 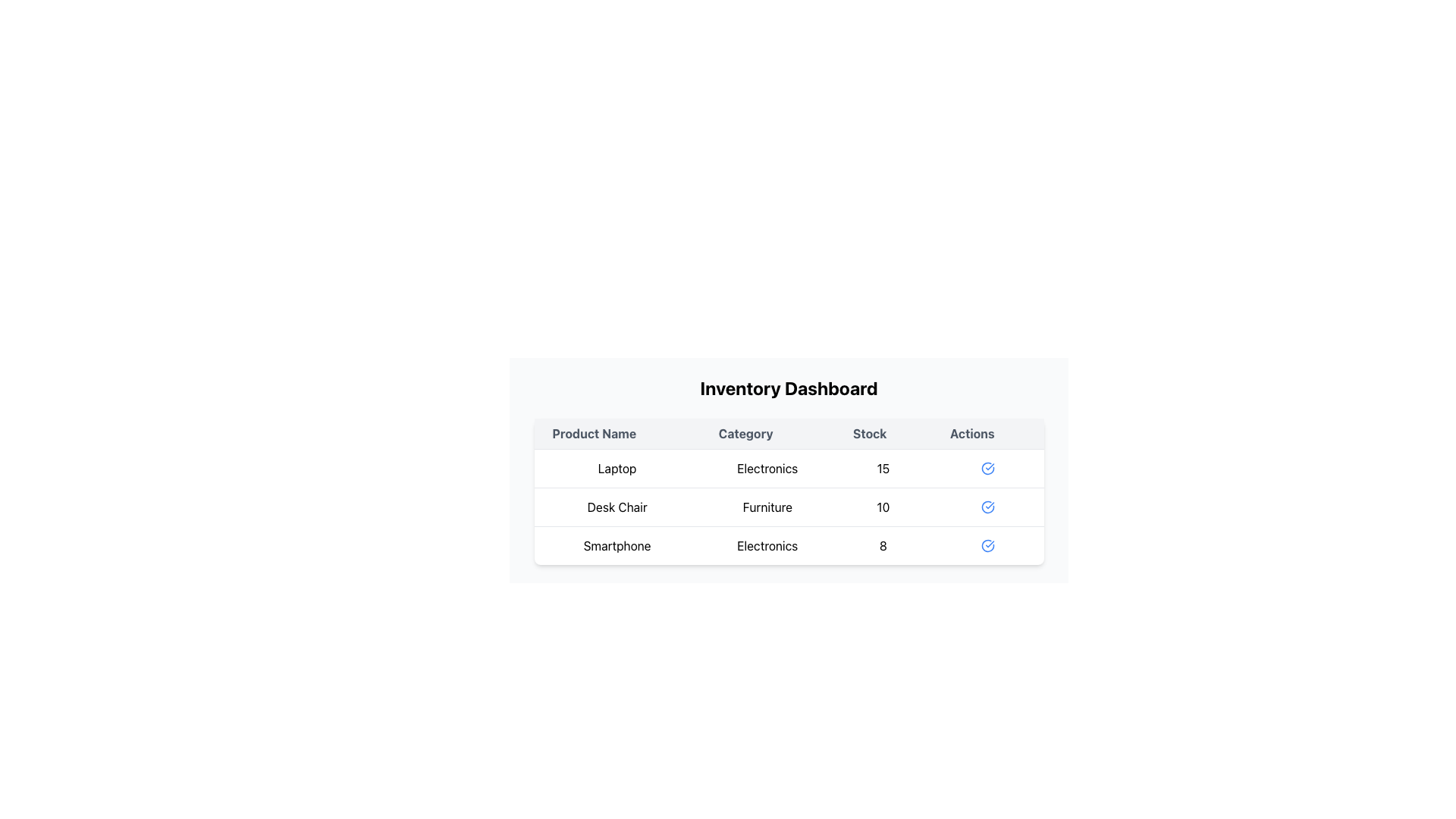 What do you see at coordinates (987, 544) in the screenshot?
I see `the interactive icon button in the rightmost cell of the table row for 'Smartphone'` at bounding box center [987, 544].